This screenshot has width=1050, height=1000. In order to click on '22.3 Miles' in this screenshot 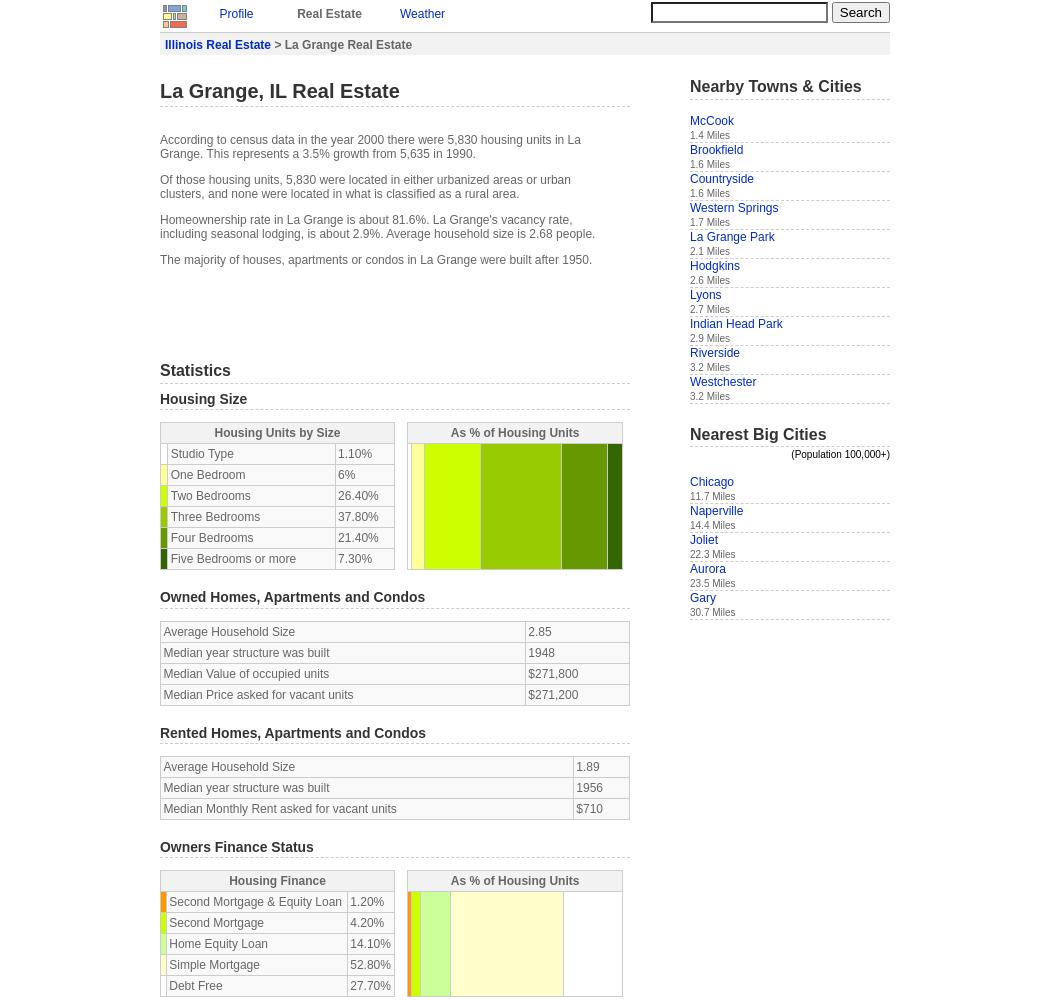, I will do `click(689, 554)`.